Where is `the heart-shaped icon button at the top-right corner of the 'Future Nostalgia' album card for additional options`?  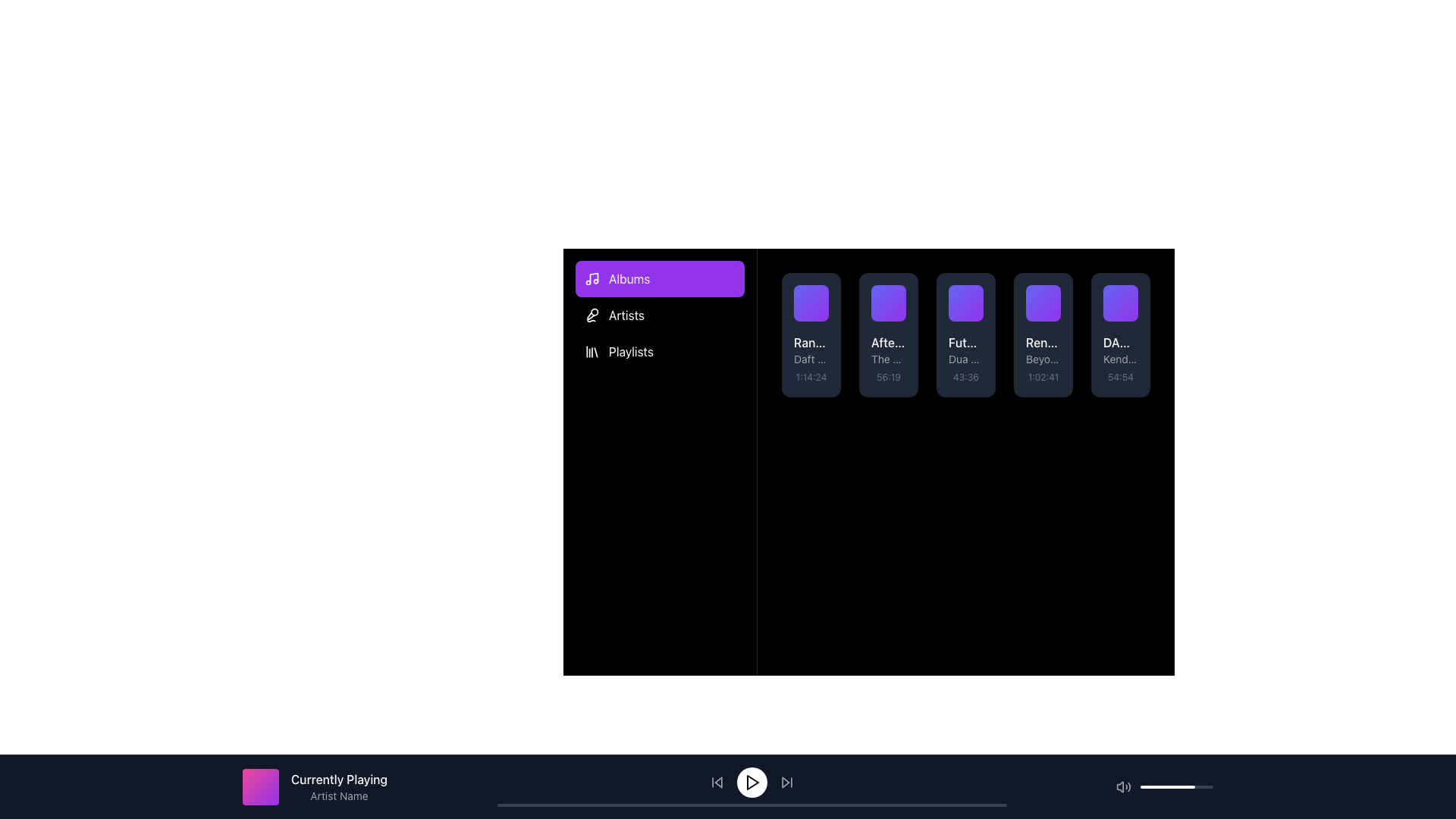 the heart-shaped icon button at the top-right corner of the 'Future Nostalgia' album card for additional options is located at coordinates (974, 294).